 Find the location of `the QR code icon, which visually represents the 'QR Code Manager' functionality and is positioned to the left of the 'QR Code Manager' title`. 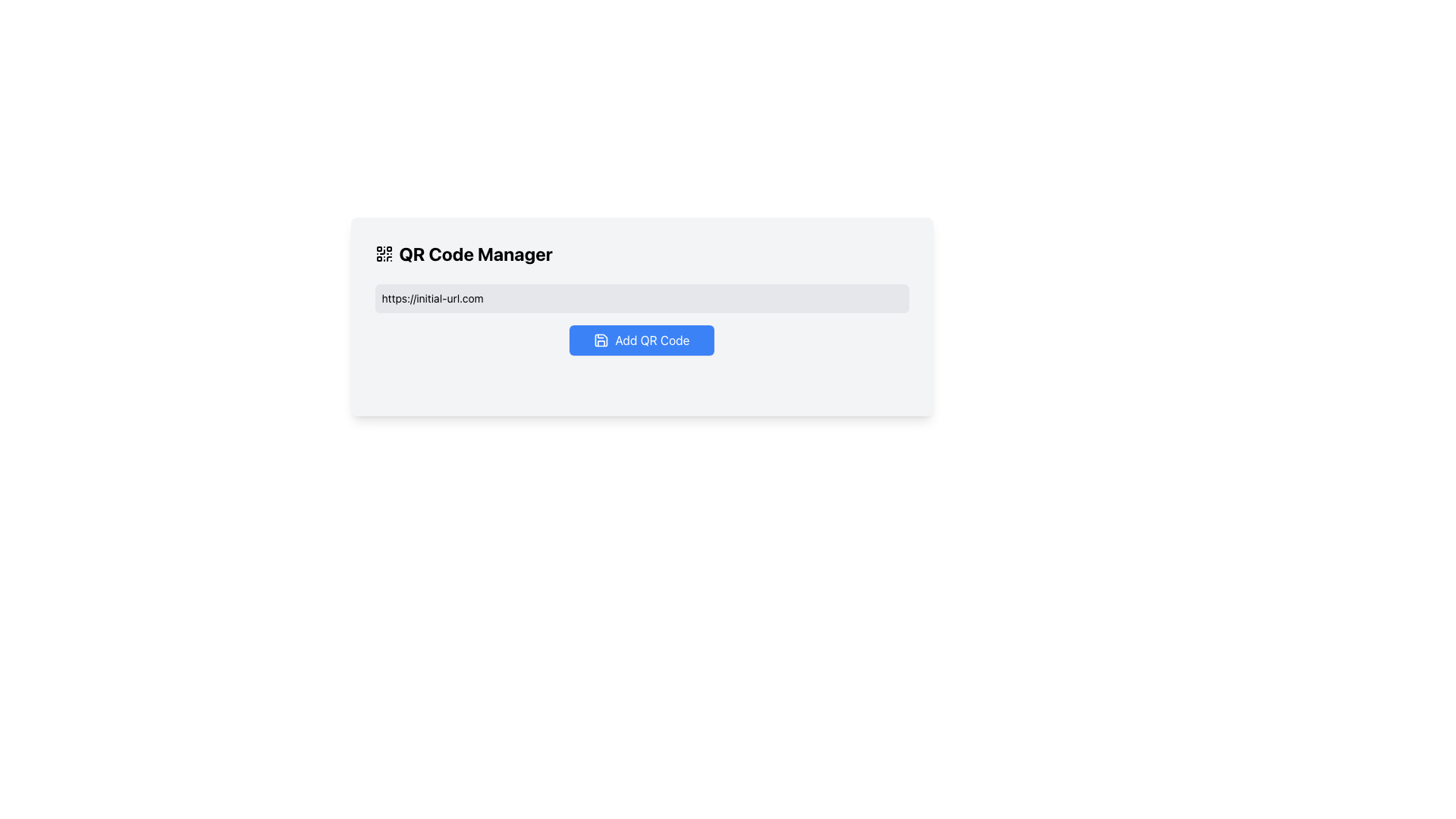

the QR code icon, which visually represents the 'QR Code Manager' functionality and is positioned to the left of the 'QR Code Manager' title is located at coordinates (384, 253).